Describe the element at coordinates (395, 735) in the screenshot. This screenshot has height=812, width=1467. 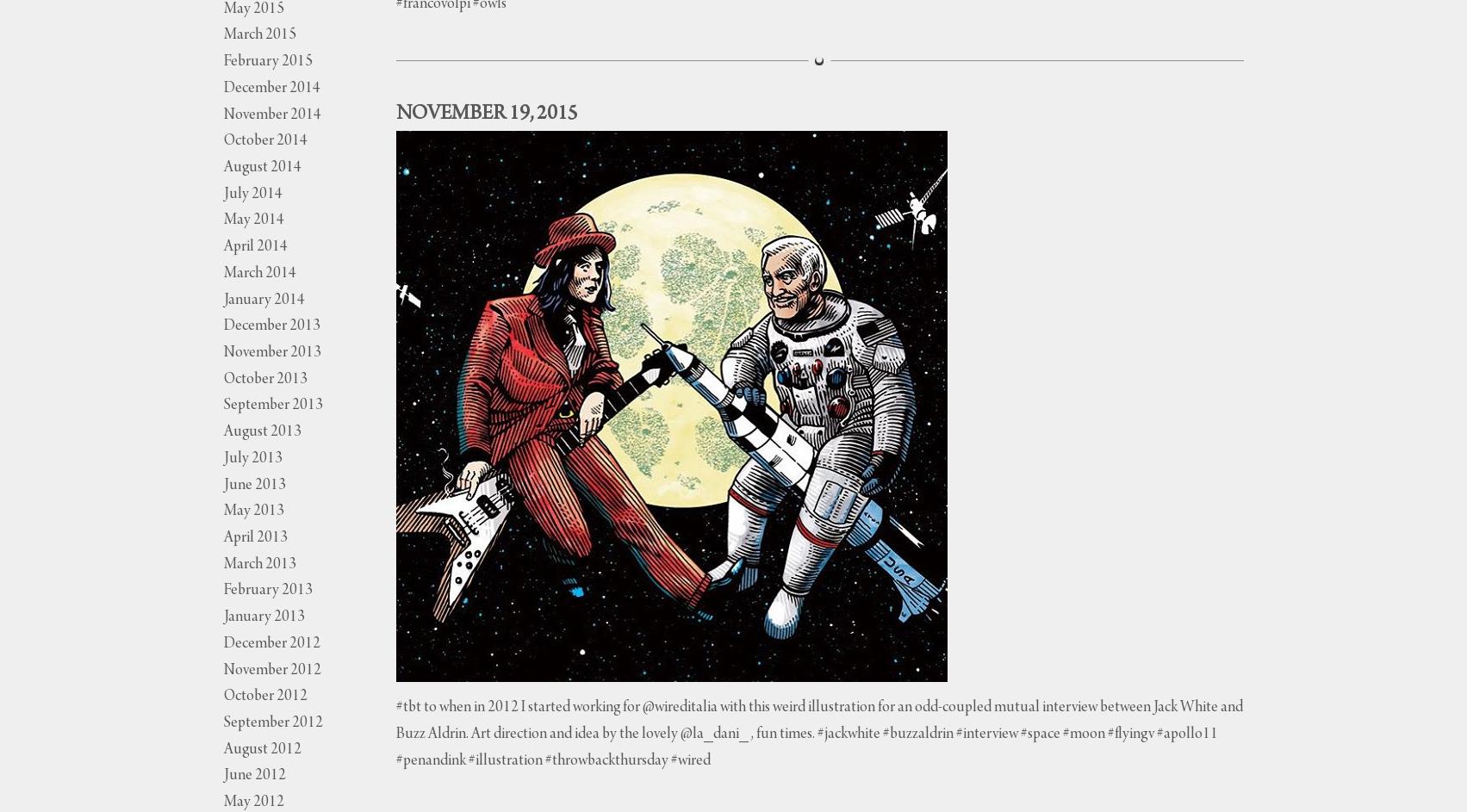
I see `'#tbt to when in 2012 I started working for @wireditalia with this weird illustration for an odd-coupled mutual interview between Jack White and Buzz Aldrin. Art direction and idea by the lovely @la_dani_ , fun times. #jackwhite #buzzaldrin #interview #space #moon #flyingv #apollo11 #penandink #illustration #throwbackthursday #wired'` at that location.